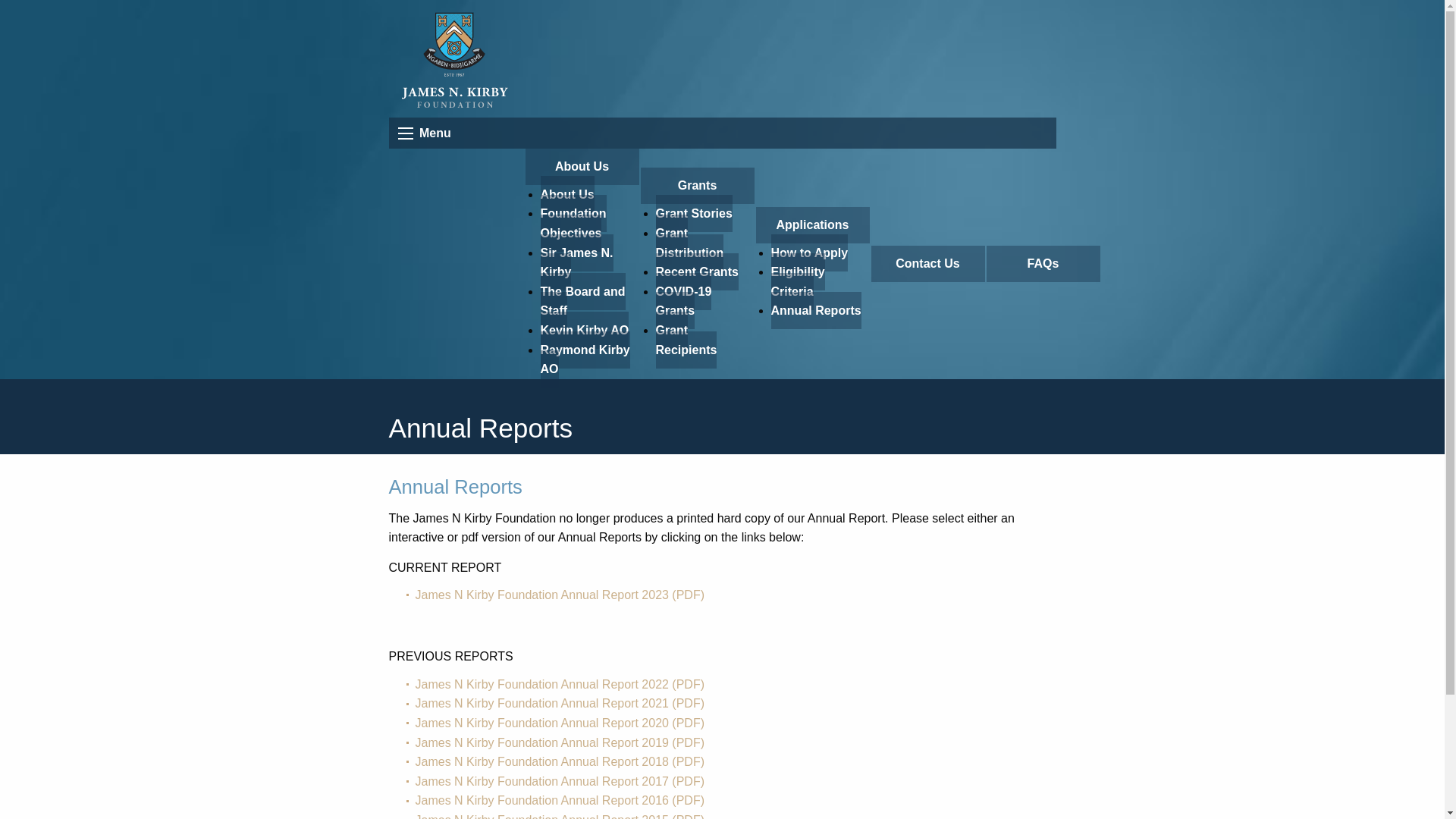  Describe the element at coordinates (1041, 262) in the screenshot. I see `'FAQs'` at that location.